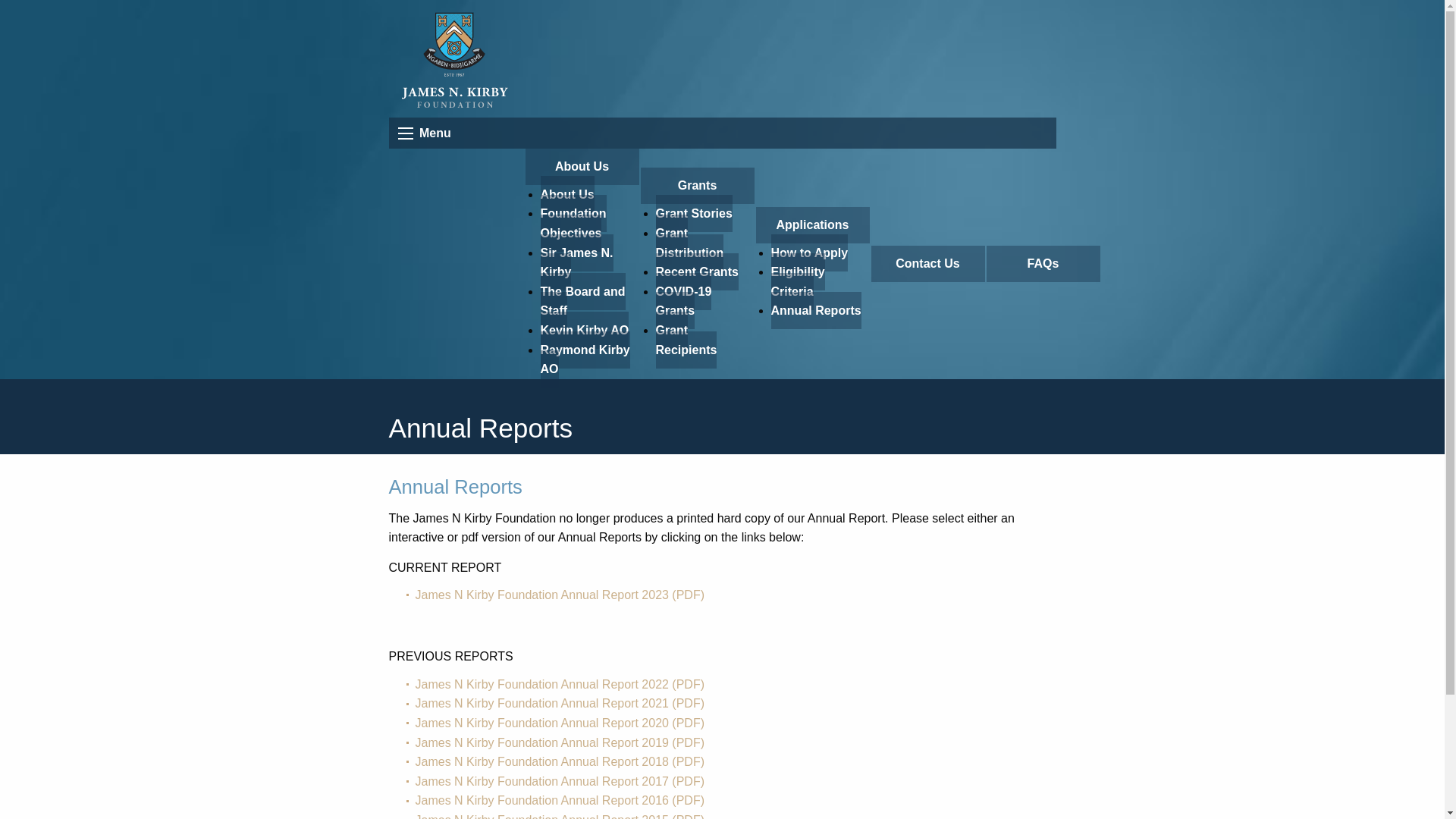  Describe the element at coordinates (1041, 262) in the screenshot. I see `'FAQs'` at that location.